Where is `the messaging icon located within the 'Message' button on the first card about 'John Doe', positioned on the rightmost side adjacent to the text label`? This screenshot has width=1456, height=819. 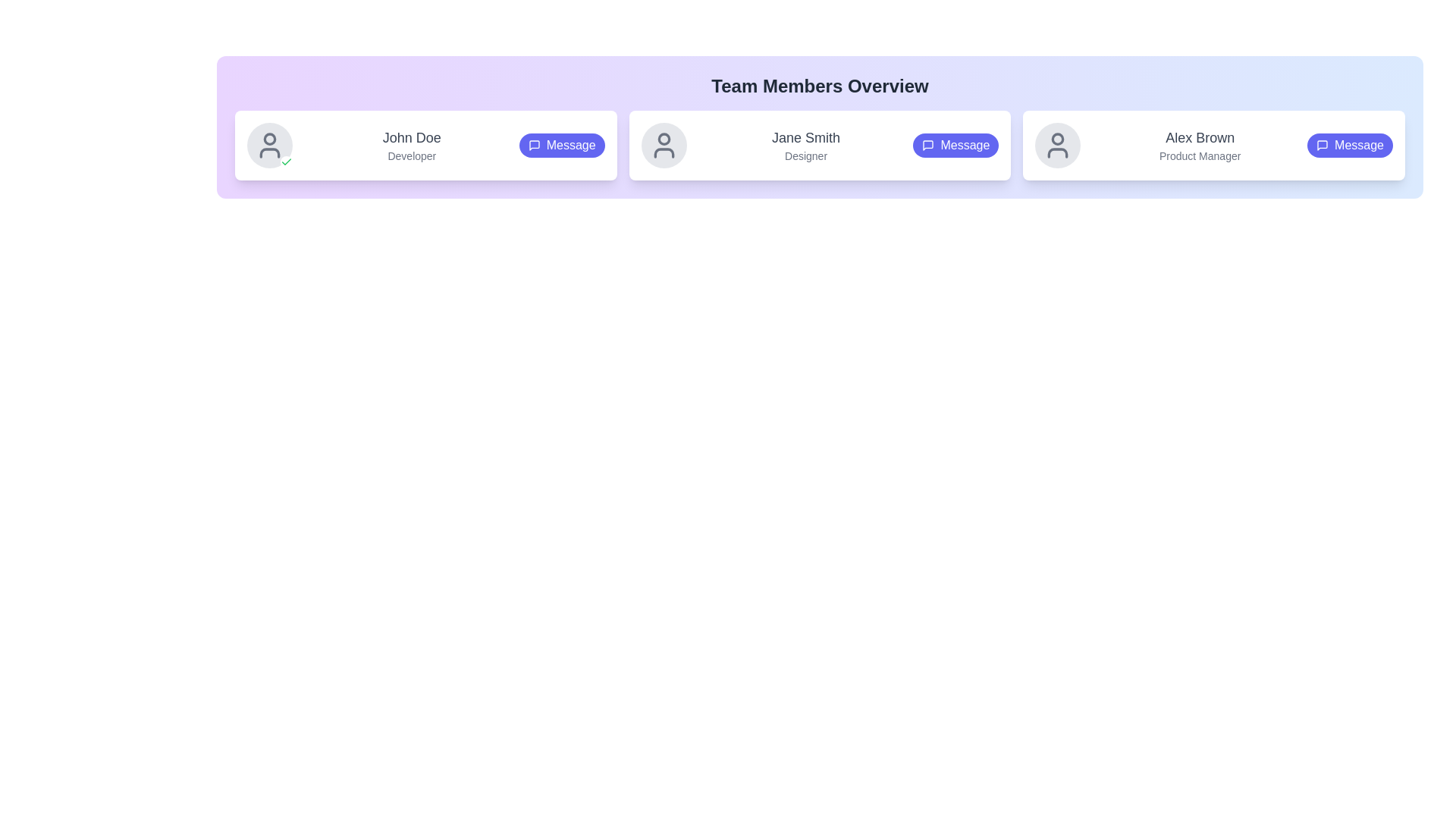
the messaging icon located within the 'Message' button on the first card about 'John Doe', positioned on the rightmost side adjacent to the text label is located at coordinates (534, 146).